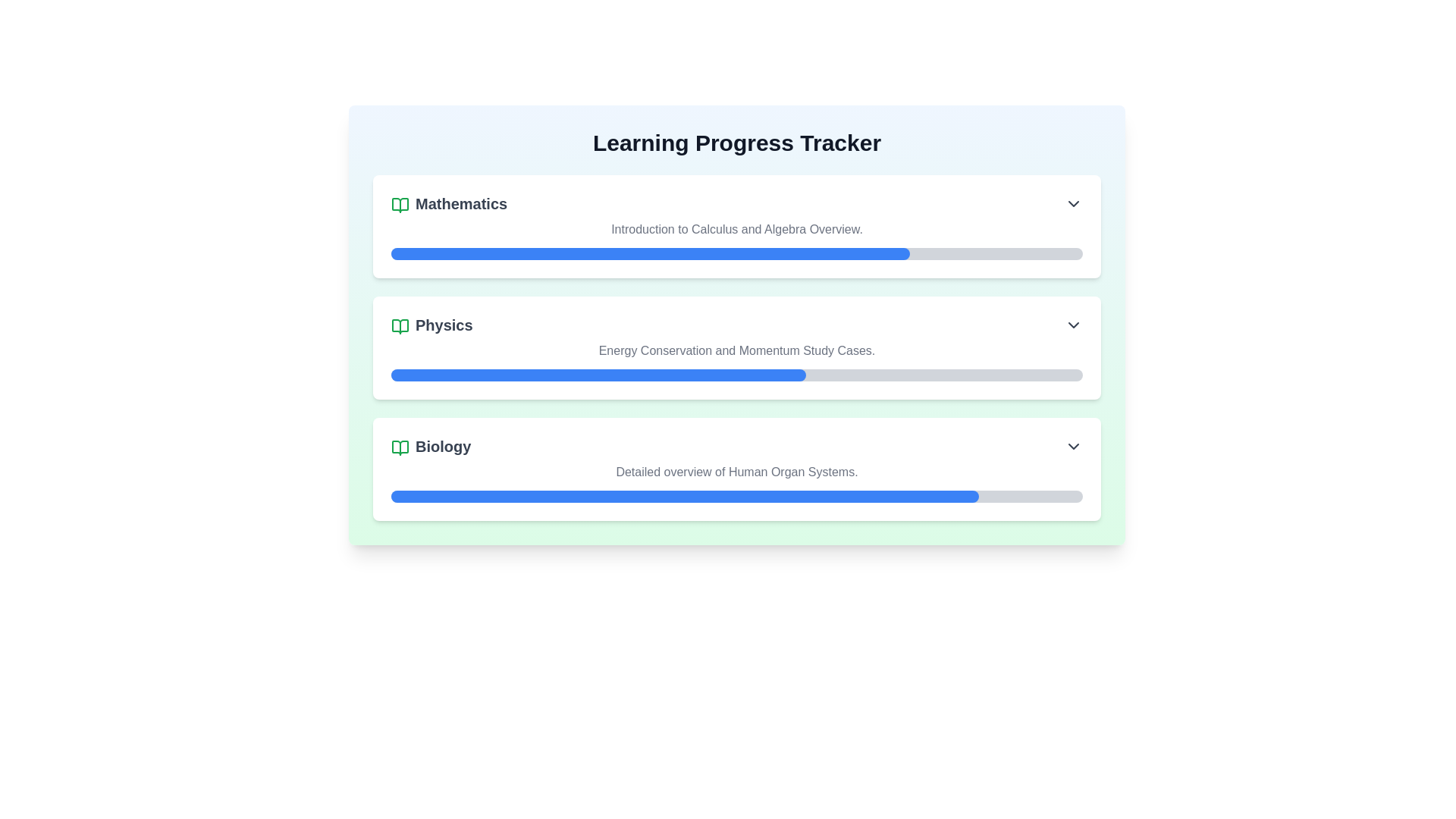 This screenshot has height=819, width=1456. What do you see at coordinates (736, 497) in the screenshot?
I see `the progress visually on the horizontal progress bar located under the 'Detailed overview of Human Organ Systems' in the 'Biology' section` at bounding box center [736, 497].